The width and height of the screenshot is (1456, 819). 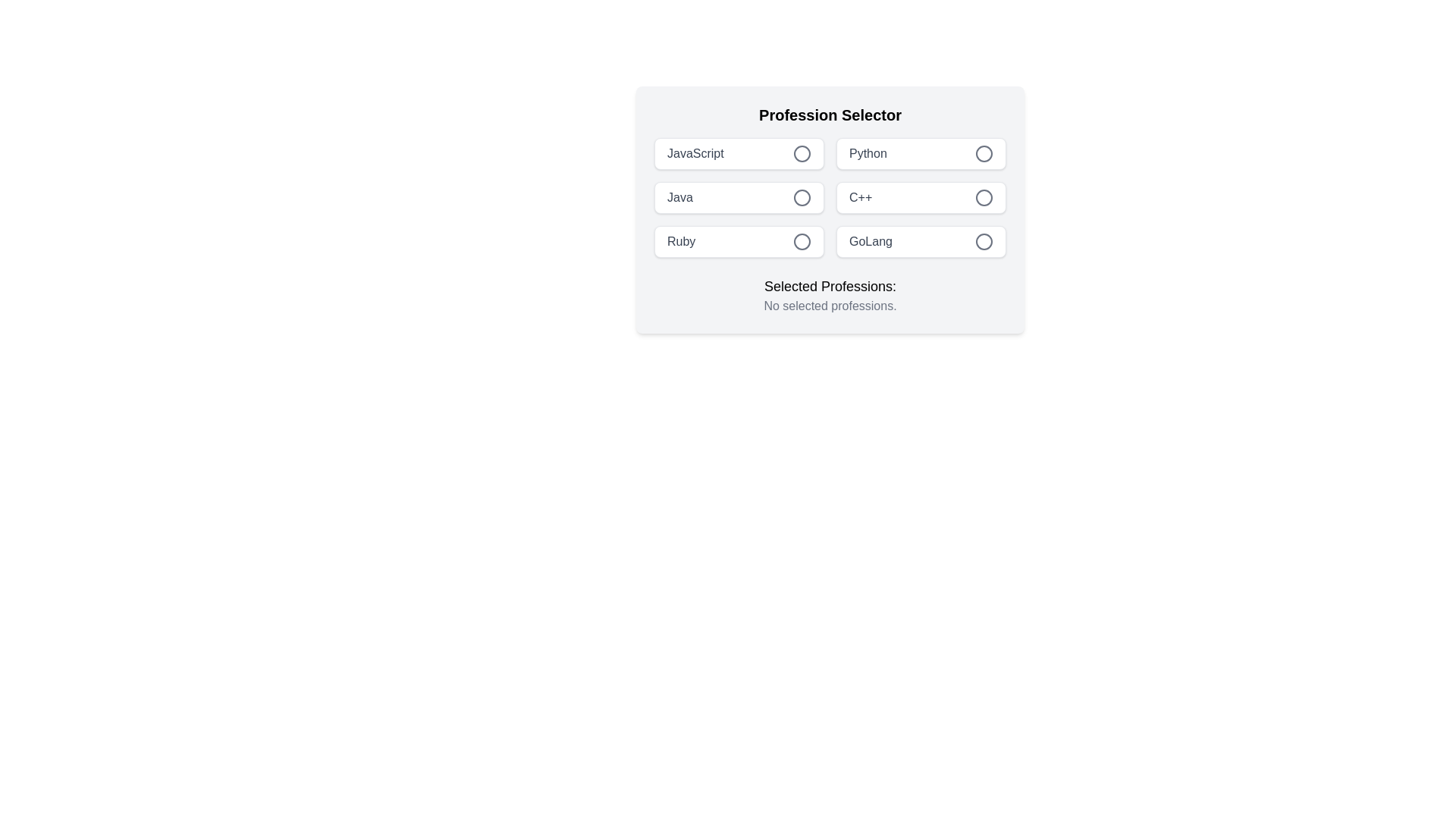 I want to click on the text label element displaying 'Python' located in the center-top area of the interface, specifically in the second column of the first row of options, so click(x=868, y=154).